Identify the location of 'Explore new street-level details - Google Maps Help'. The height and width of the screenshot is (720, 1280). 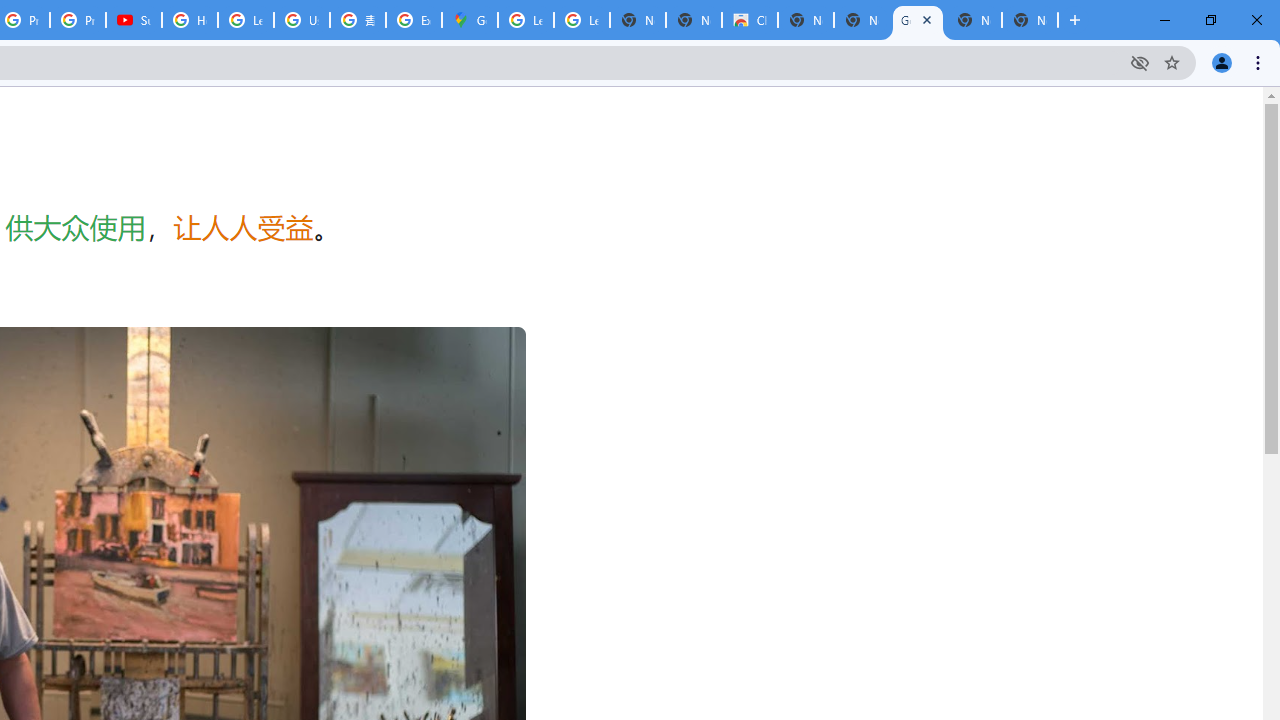
(413, 20).